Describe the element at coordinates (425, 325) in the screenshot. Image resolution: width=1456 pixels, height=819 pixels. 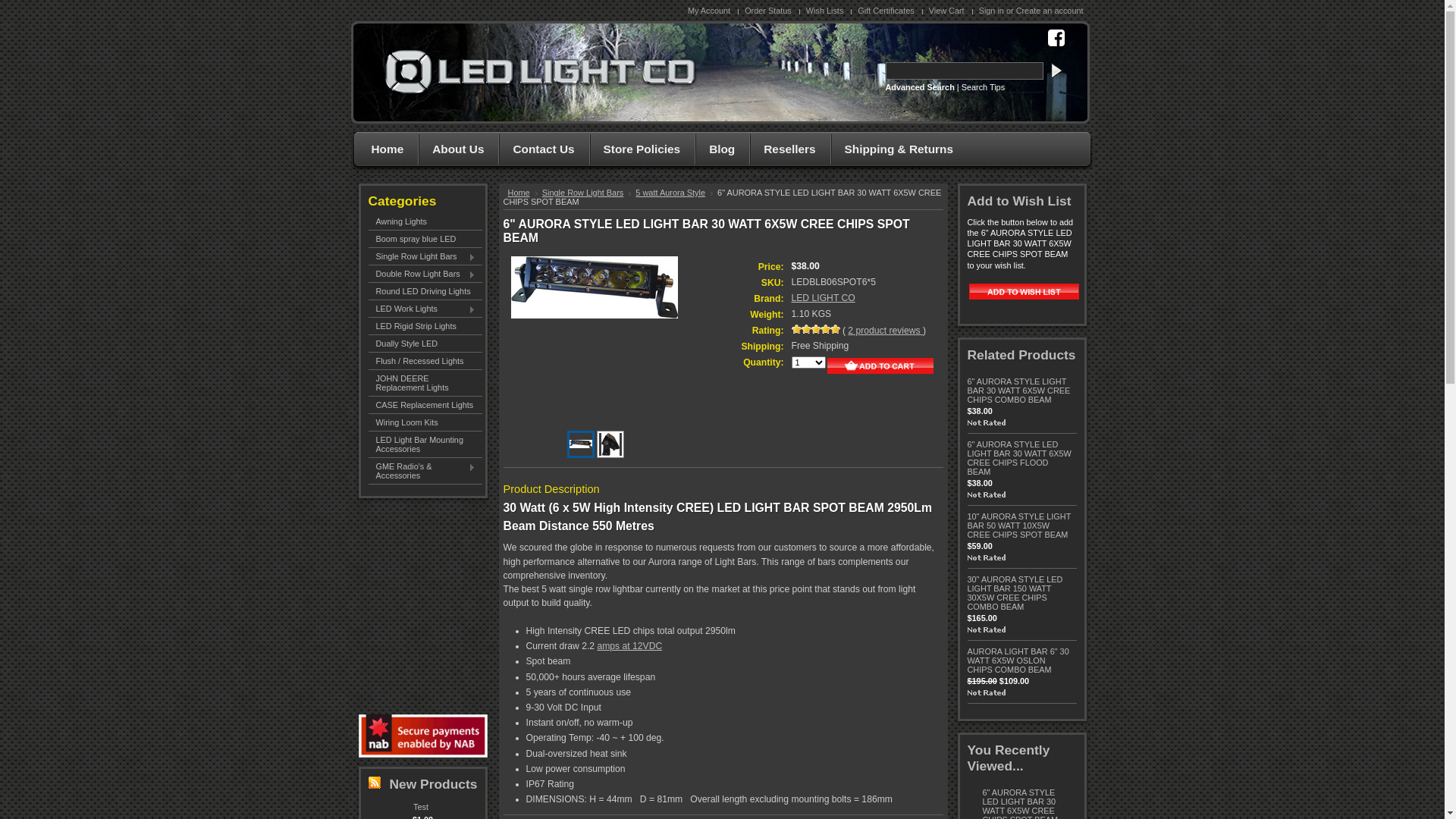
I see `'LED Rigid Strip Lights'` at that location.